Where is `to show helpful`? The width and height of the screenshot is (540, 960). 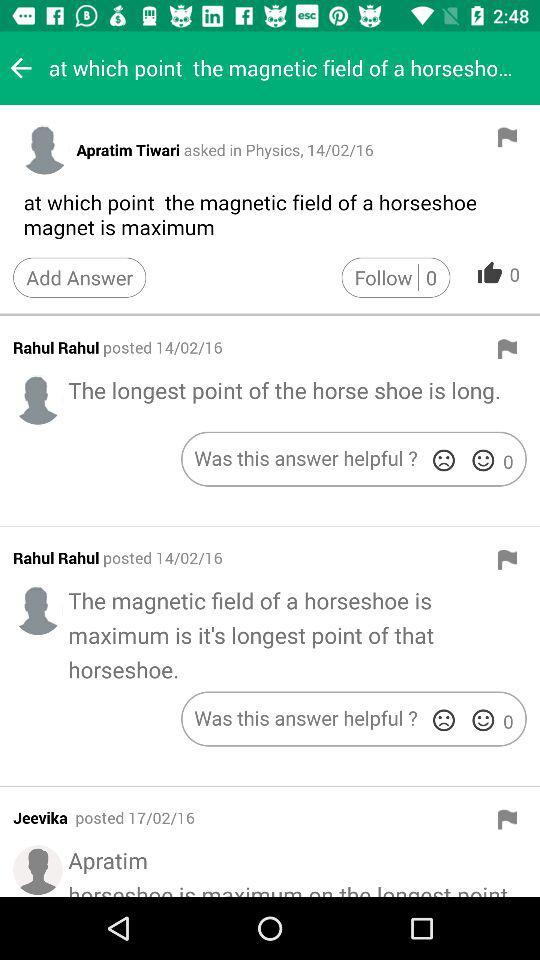 to show helpful is located at coordinates (482, 460).